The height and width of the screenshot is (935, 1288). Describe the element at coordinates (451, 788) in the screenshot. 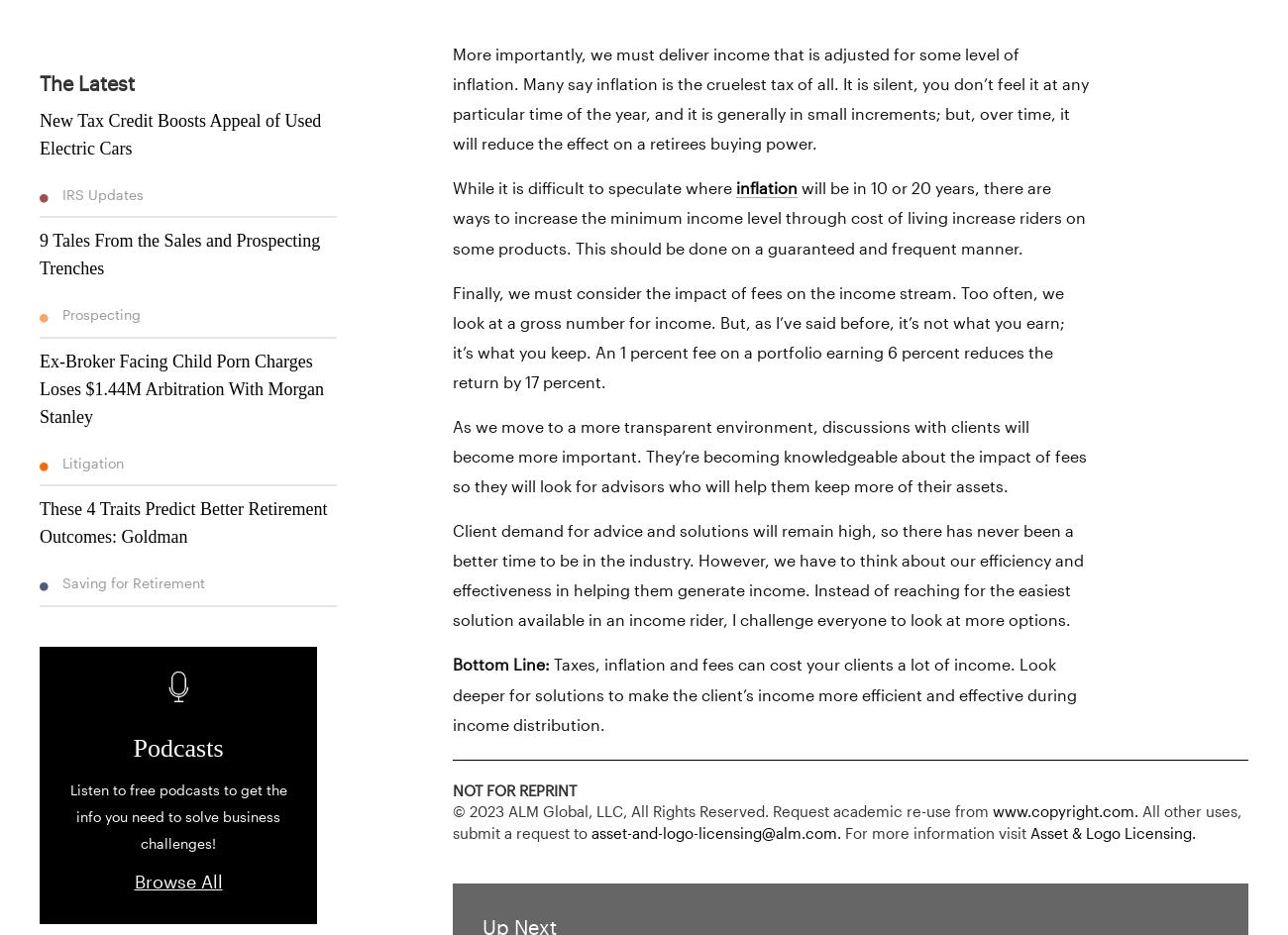

I see `'NOT FOR REPRINT'` at that location.